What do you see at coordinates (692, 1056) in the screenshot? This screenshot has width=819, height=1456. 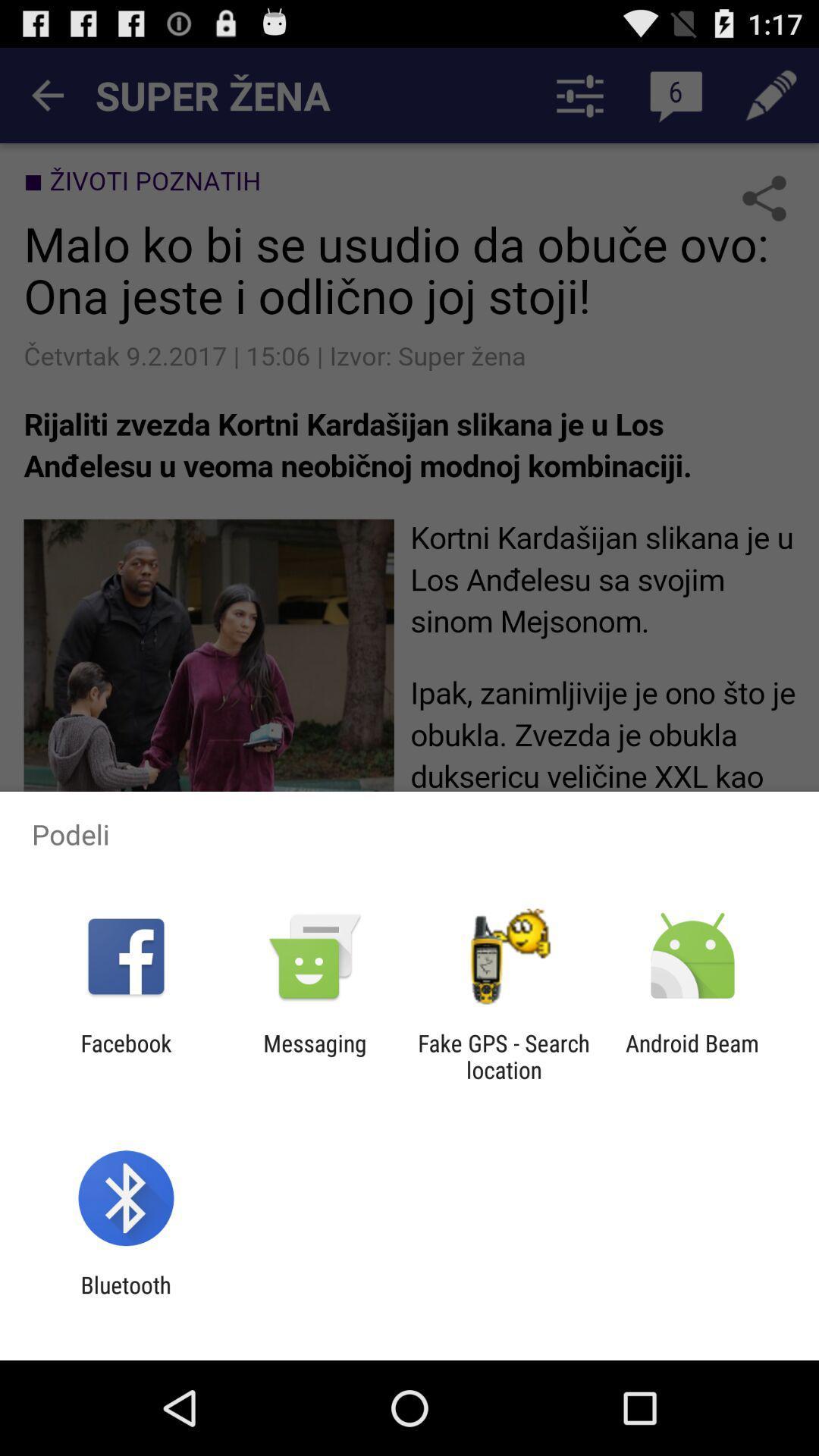 I see `the android beam` at bounding box center [692, 1056].